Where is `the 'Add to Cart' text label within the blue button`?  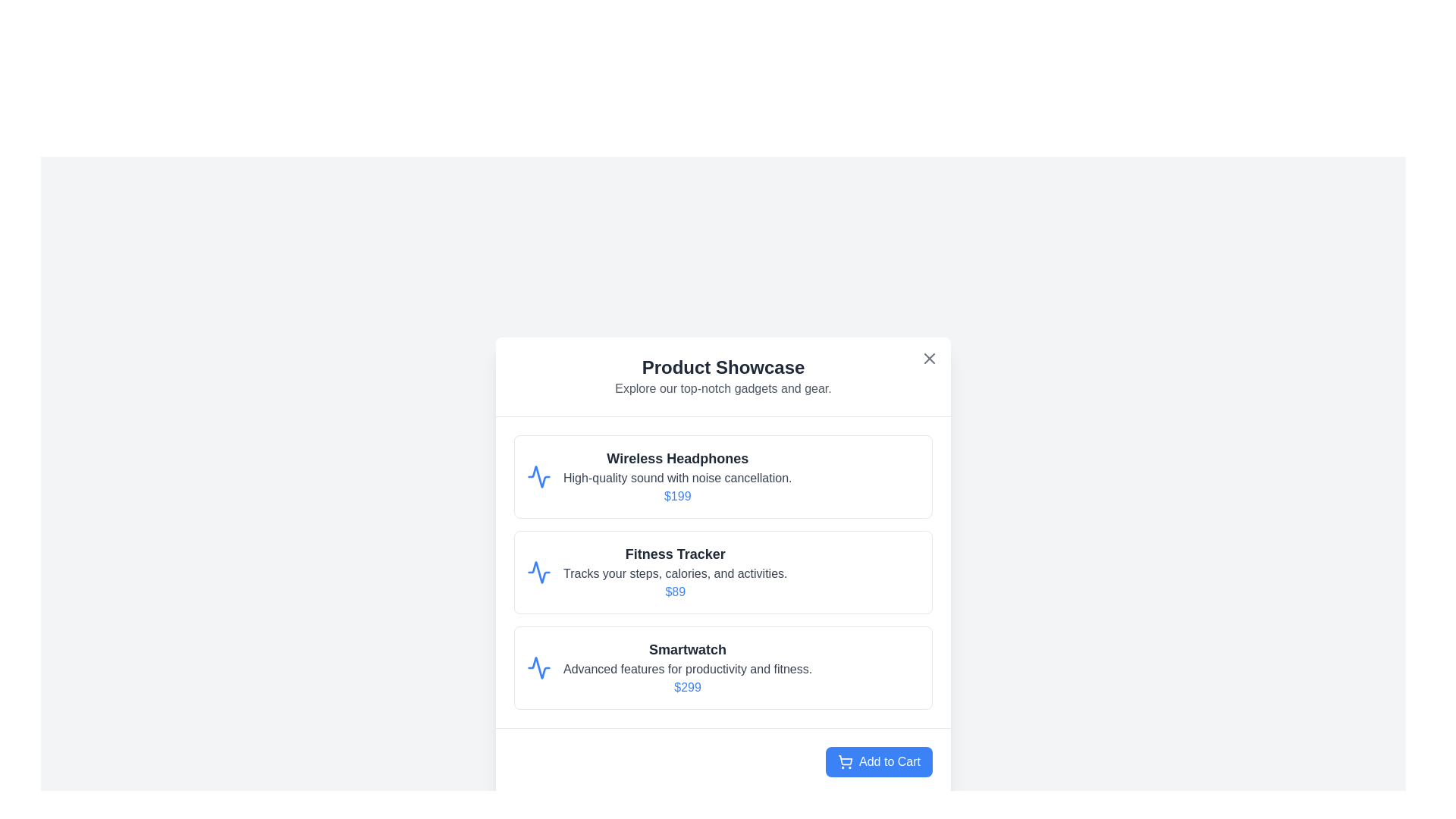 the 'Add to Cart' text label within the blue button is located at coordinates (890, 762).